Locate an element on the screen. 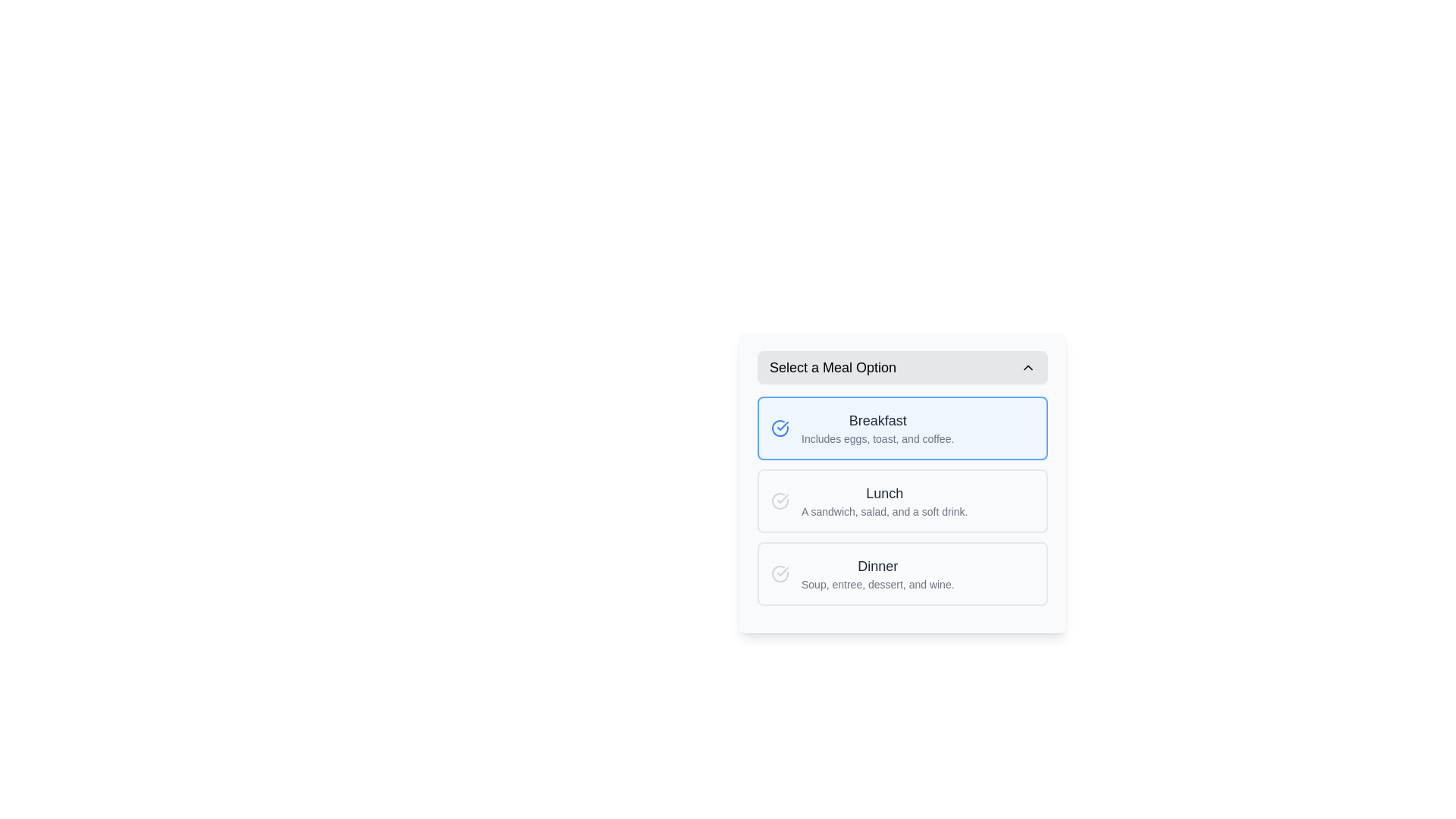 Image resolution: width=1456 pixels, height=819 pixels. the checkbox icon indicating the selection state of the 'Dinner' option is located at coordinates (780, 573).